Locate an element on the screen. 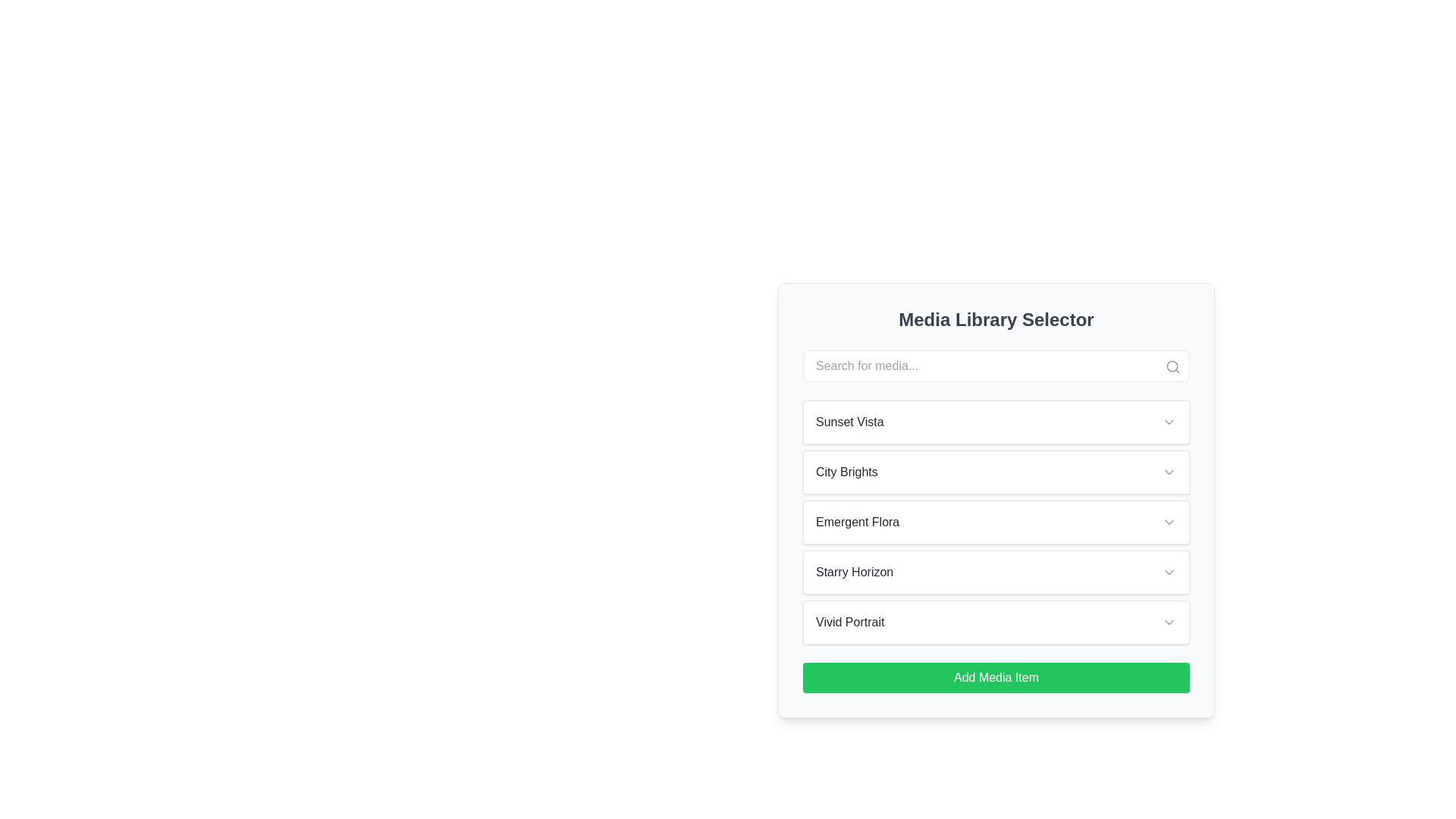  the chevron icon at the far right of the 'Emergent Flora' row is located at coordinates (1168, 522).